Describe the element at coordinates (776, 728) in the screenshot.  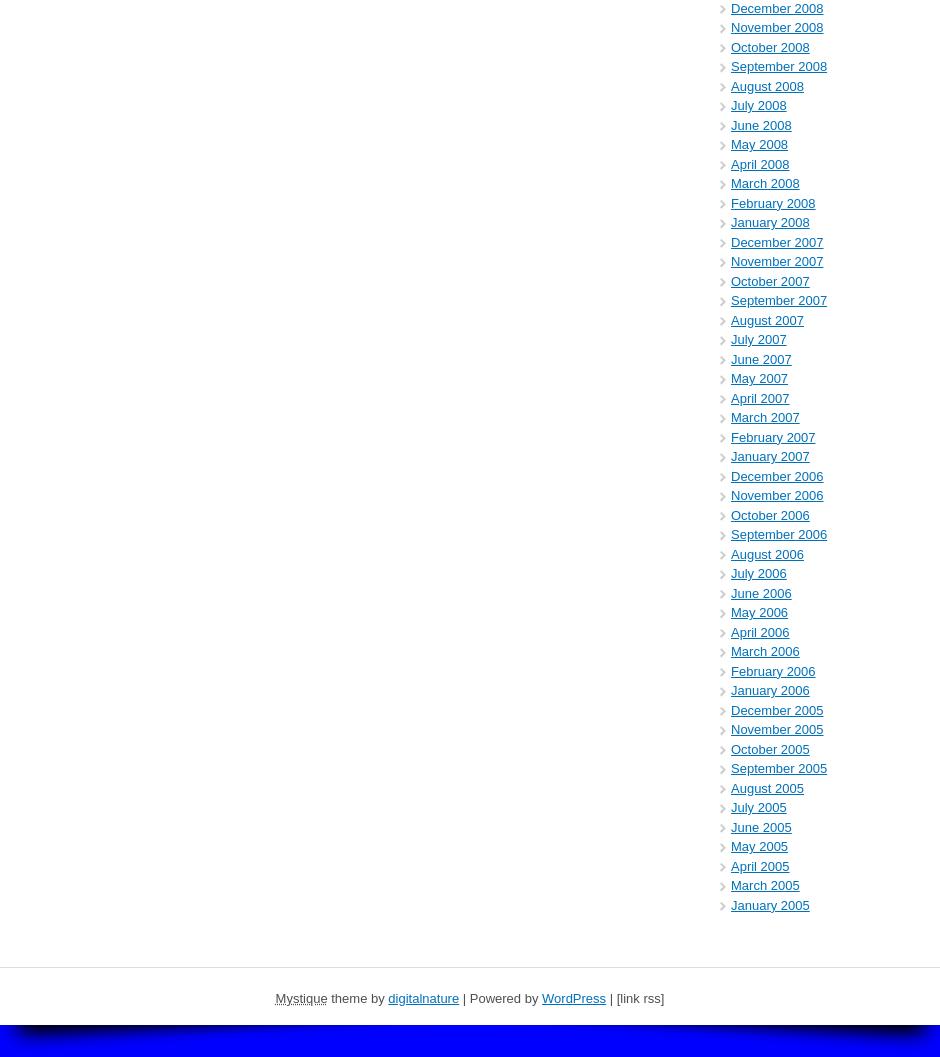
I see `'November 2005'` at that location.